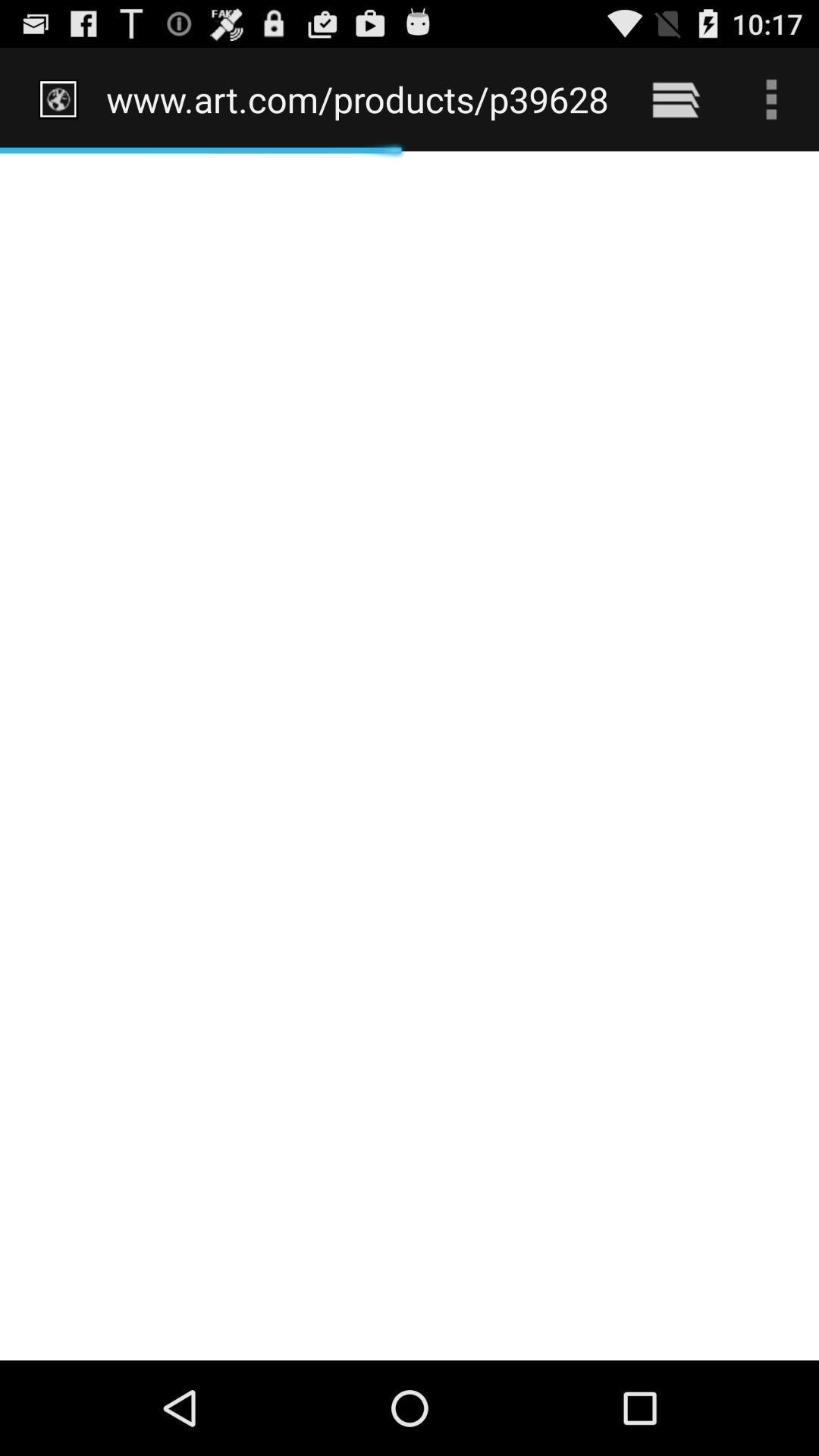  What do you see at coordinates (358, 99) in the screenshot?
I see `www art com icon` at bounding box center [358, 99].